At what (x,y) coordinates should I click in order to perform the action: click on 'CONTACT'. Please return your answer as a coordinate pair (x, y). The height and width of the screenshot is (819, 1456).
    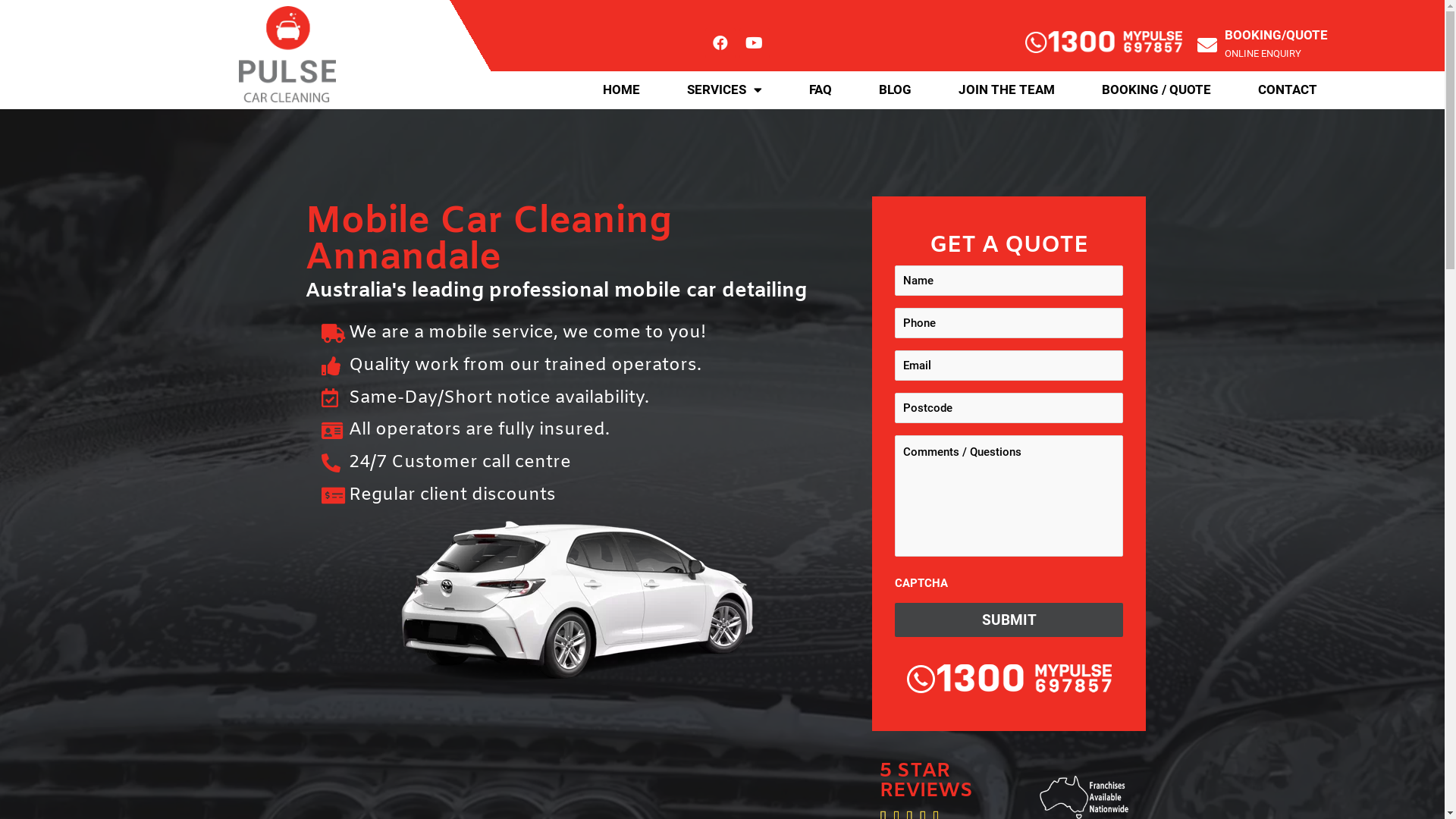
    Looking at the image, I should click on (1234, 89).